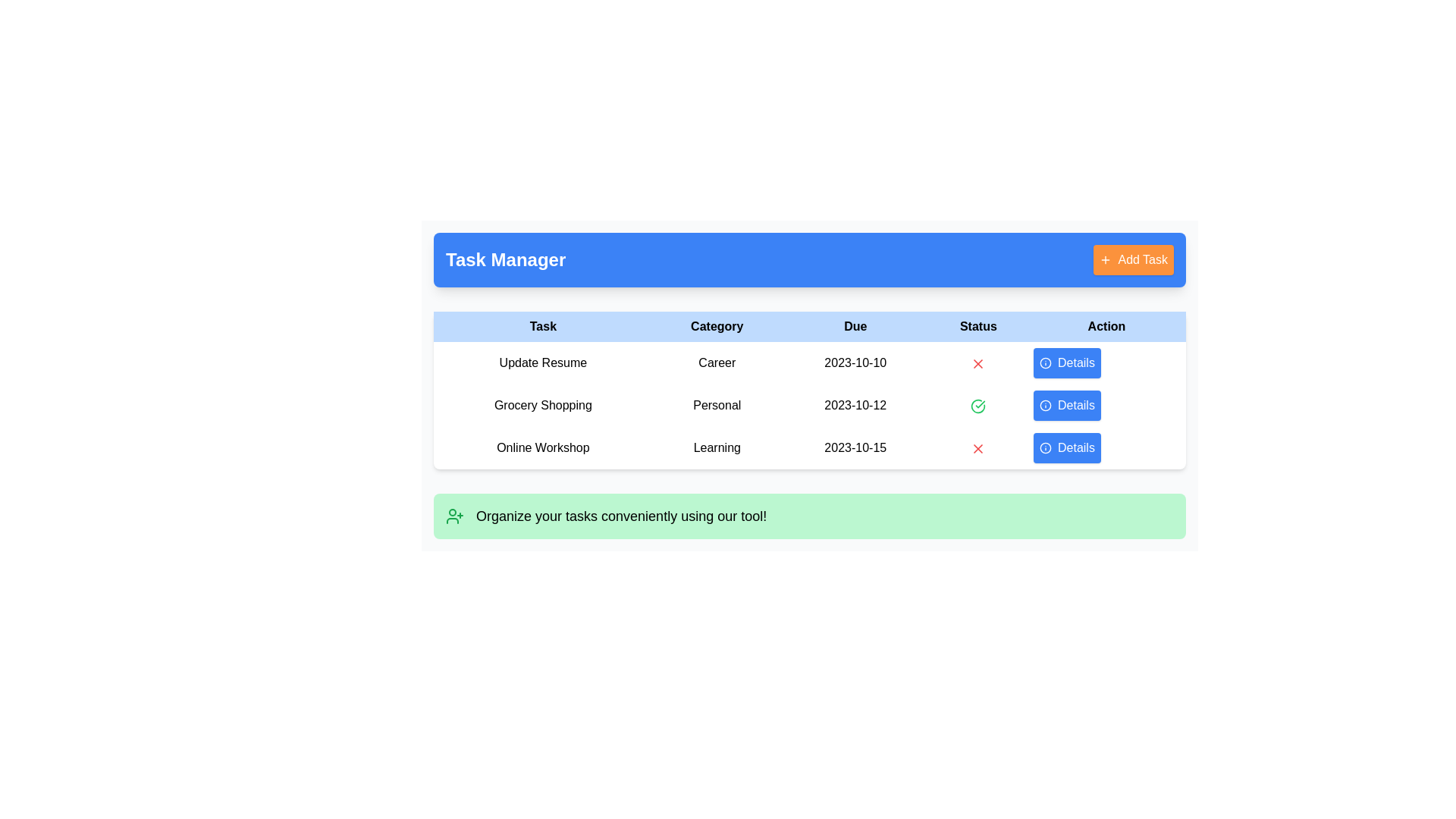 The height and width of the screenshot is (819, 1456). What do you see at coordinates (978, 362) in the screenshot?
I see `the status icon in the first row of the table, which indicates a failed or incomplete status, located between the 'Due' column with the date '2023-10-10' and the 'Details' button in the 'Action' column` at bounding box center [978, 362].